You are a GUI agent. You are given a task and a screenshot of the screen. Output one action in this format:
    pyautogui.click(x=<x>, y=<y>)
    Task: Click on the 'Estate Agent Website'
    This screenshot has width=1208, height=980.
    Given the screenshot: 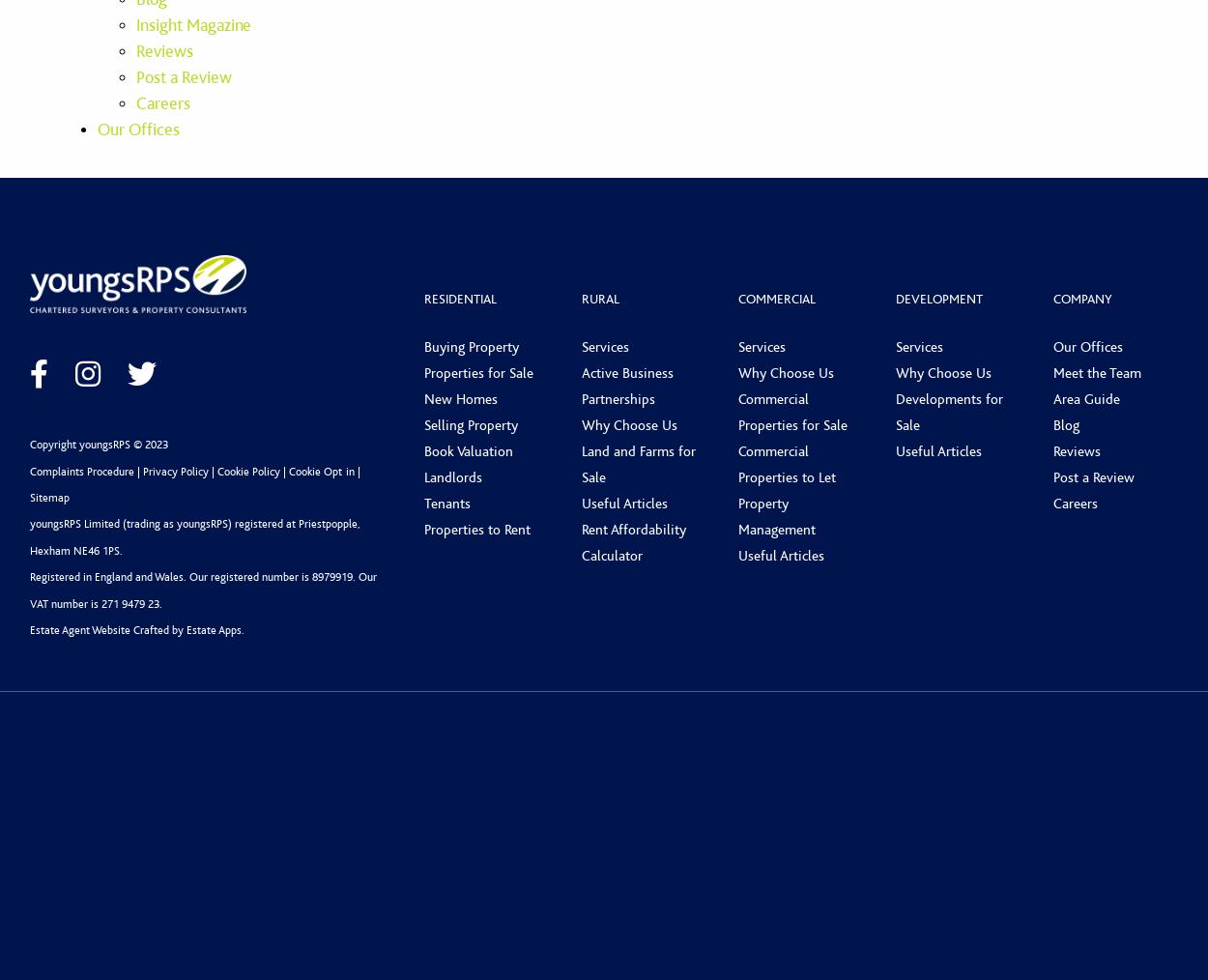 What is the action you would take?
    pyautogui.click(x=79, y=630)
    